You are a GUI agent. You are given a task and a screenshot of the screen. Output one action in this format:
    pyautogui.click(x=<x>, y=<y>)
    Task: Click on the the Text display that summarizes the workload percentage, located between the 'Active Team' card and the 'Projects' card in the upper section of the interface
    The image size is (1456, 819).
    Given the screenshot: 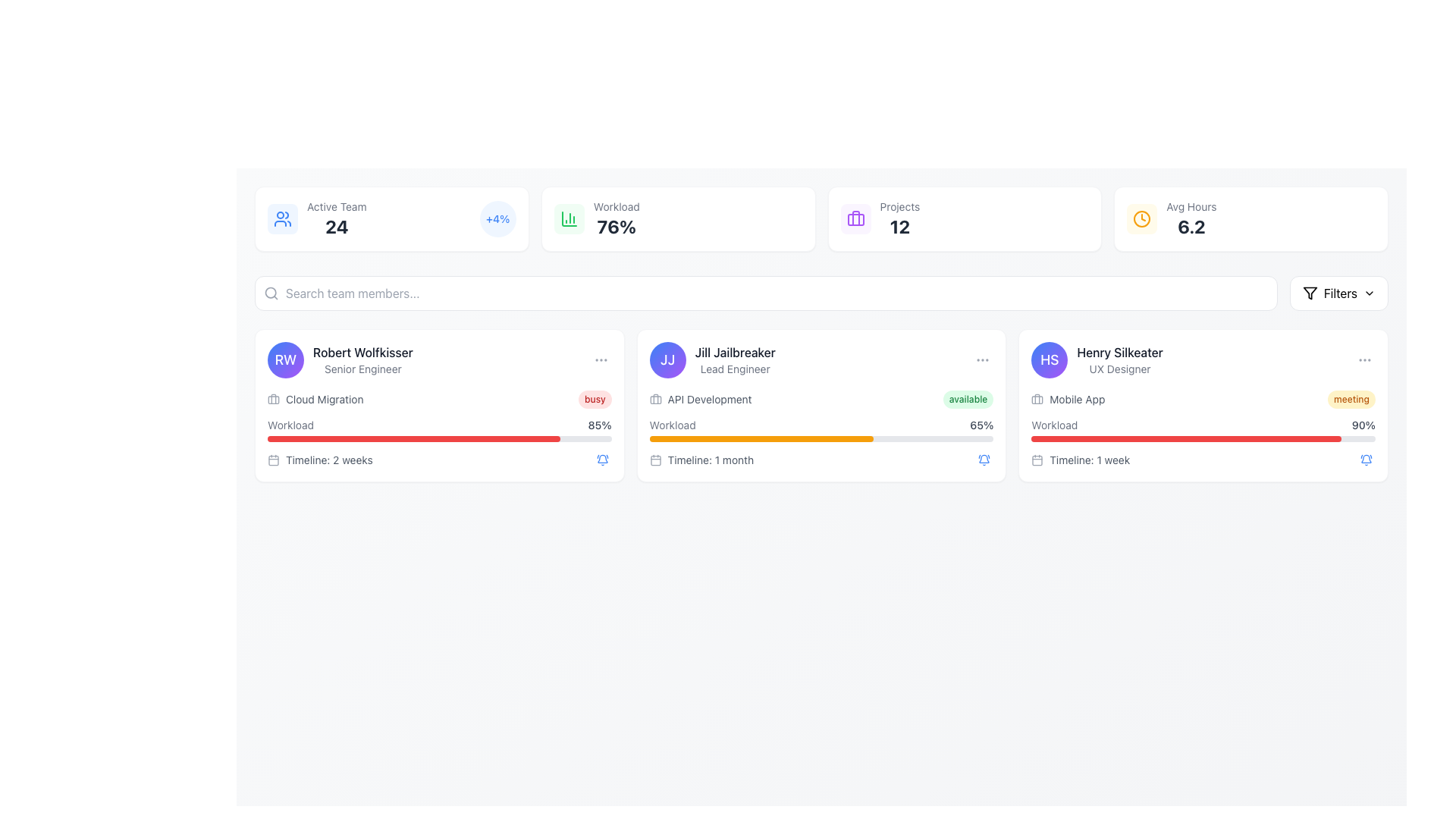 What is the action you would take?
    pyautogui.click(x=617, y=219)
    